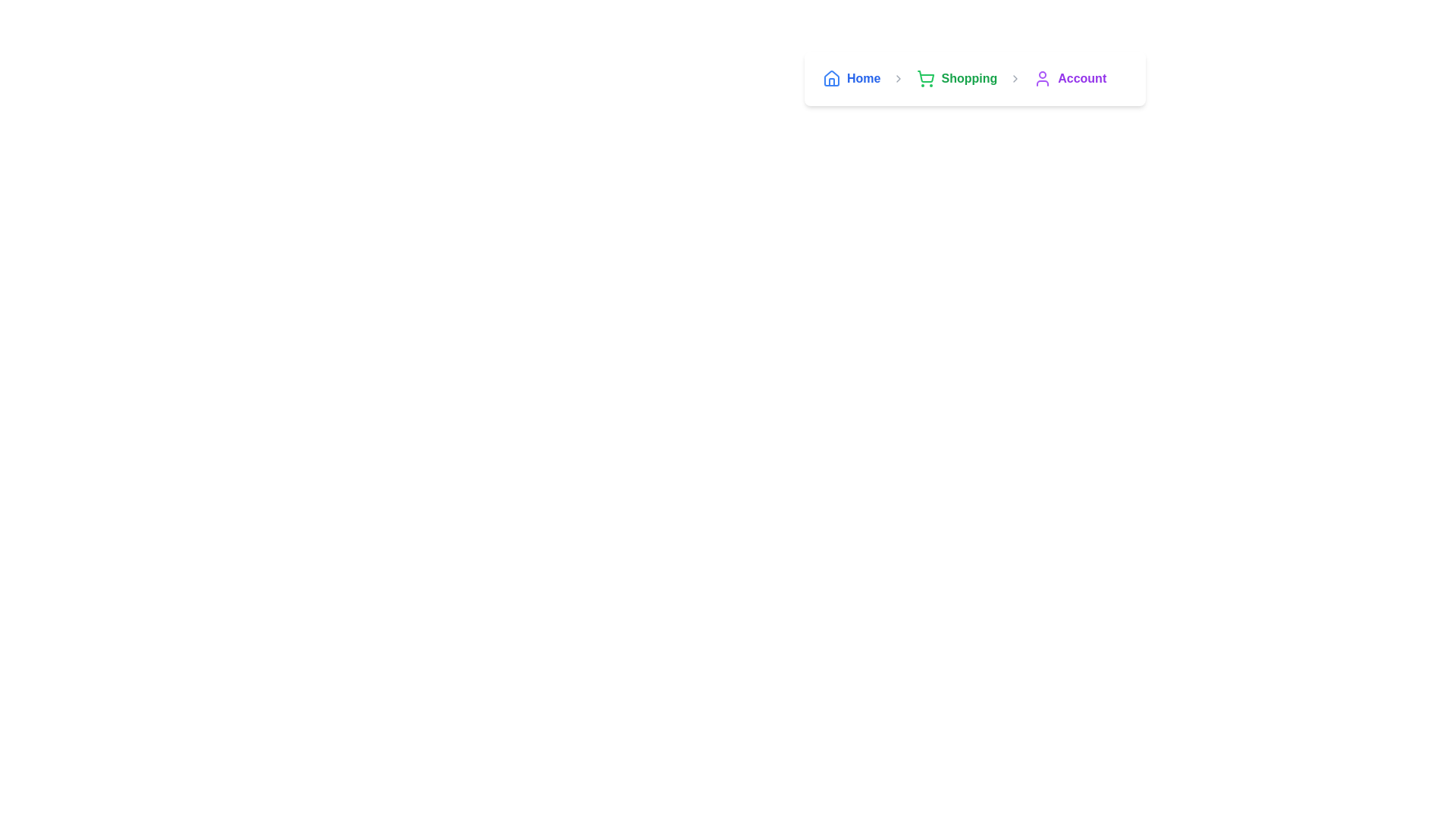 The image size is (1456, 819). I want to click on the door feature of the house icon in the breadcrumb navigation bar, which is styled with clean lines and blue color, located at the top-left corner, so click(831, 82).